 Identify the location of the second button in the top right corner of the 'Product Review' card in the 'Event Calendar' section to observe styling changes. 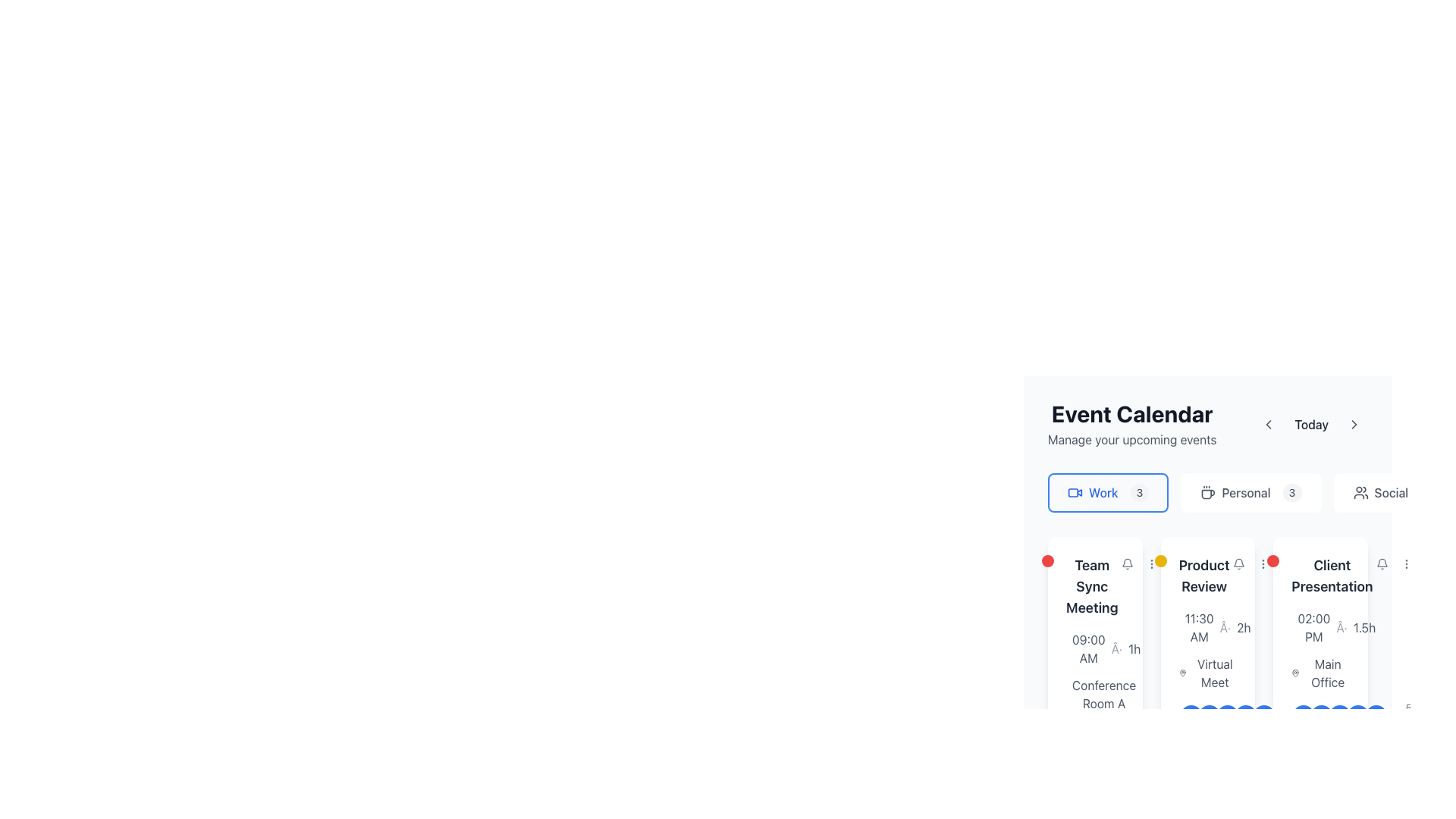
(1263, 564).